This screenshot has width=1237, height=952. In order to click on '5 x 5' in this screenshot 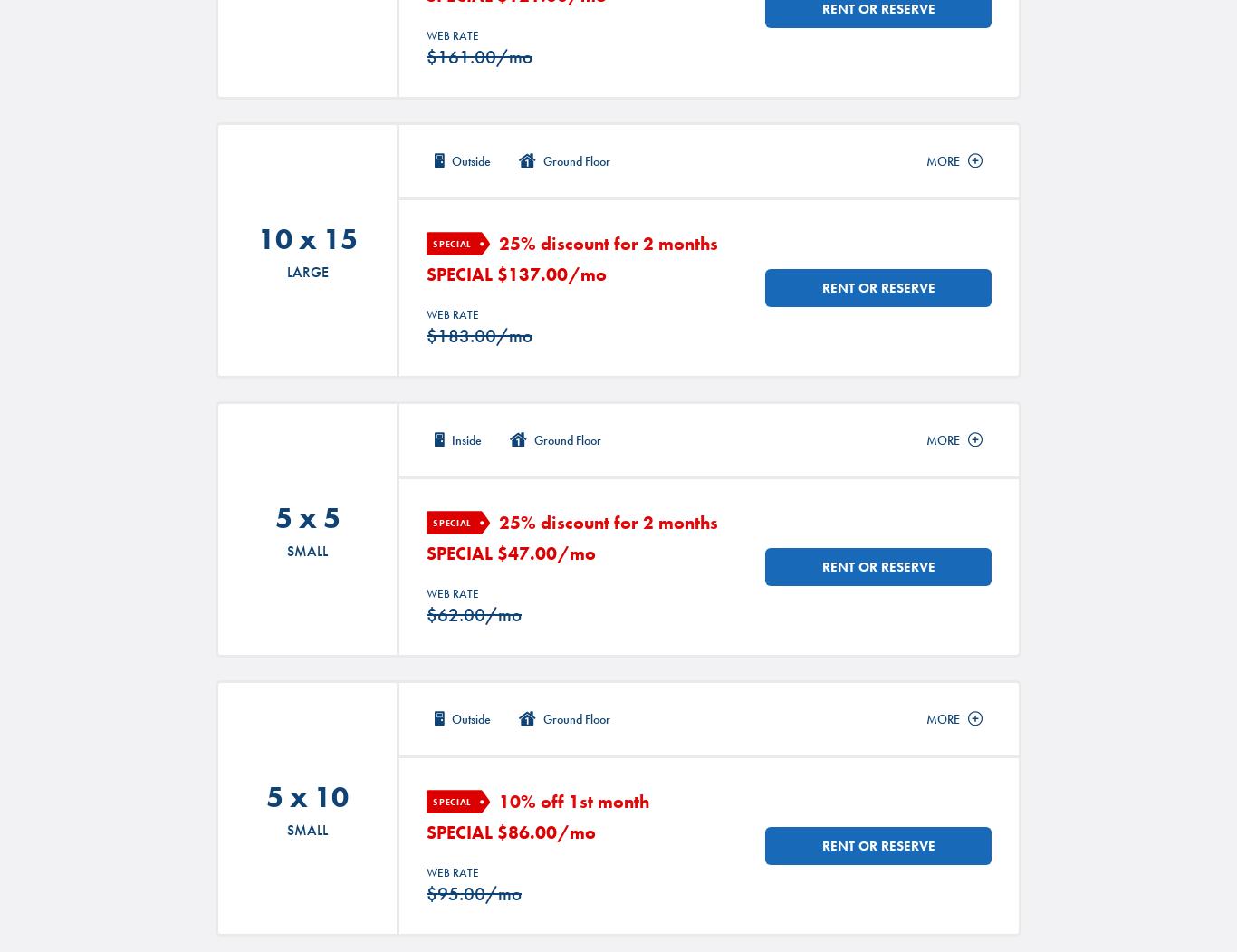, I will do `click(273, 518)`.